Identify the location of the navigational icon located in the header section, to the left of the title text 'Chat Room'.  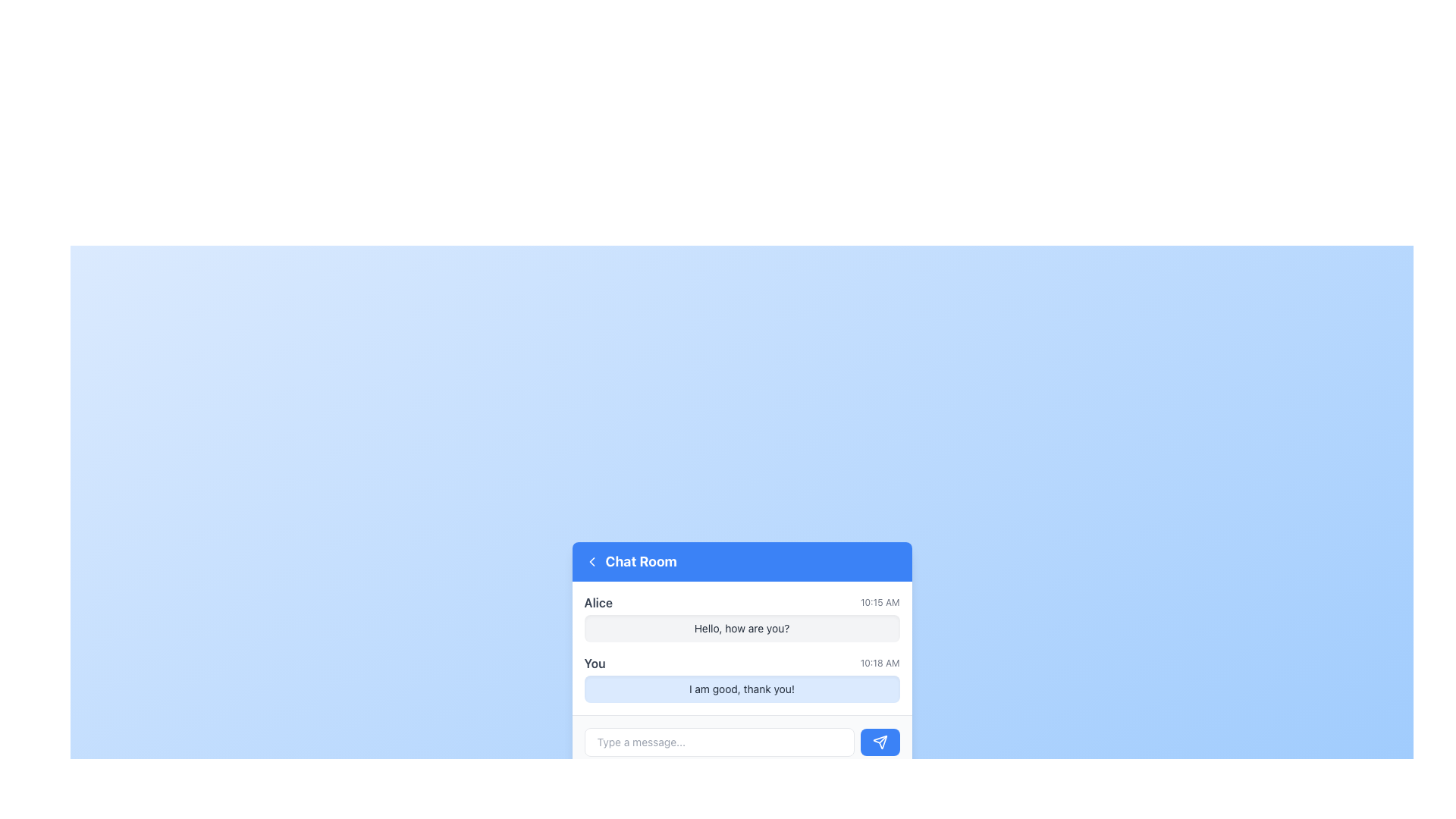
(591, 561).